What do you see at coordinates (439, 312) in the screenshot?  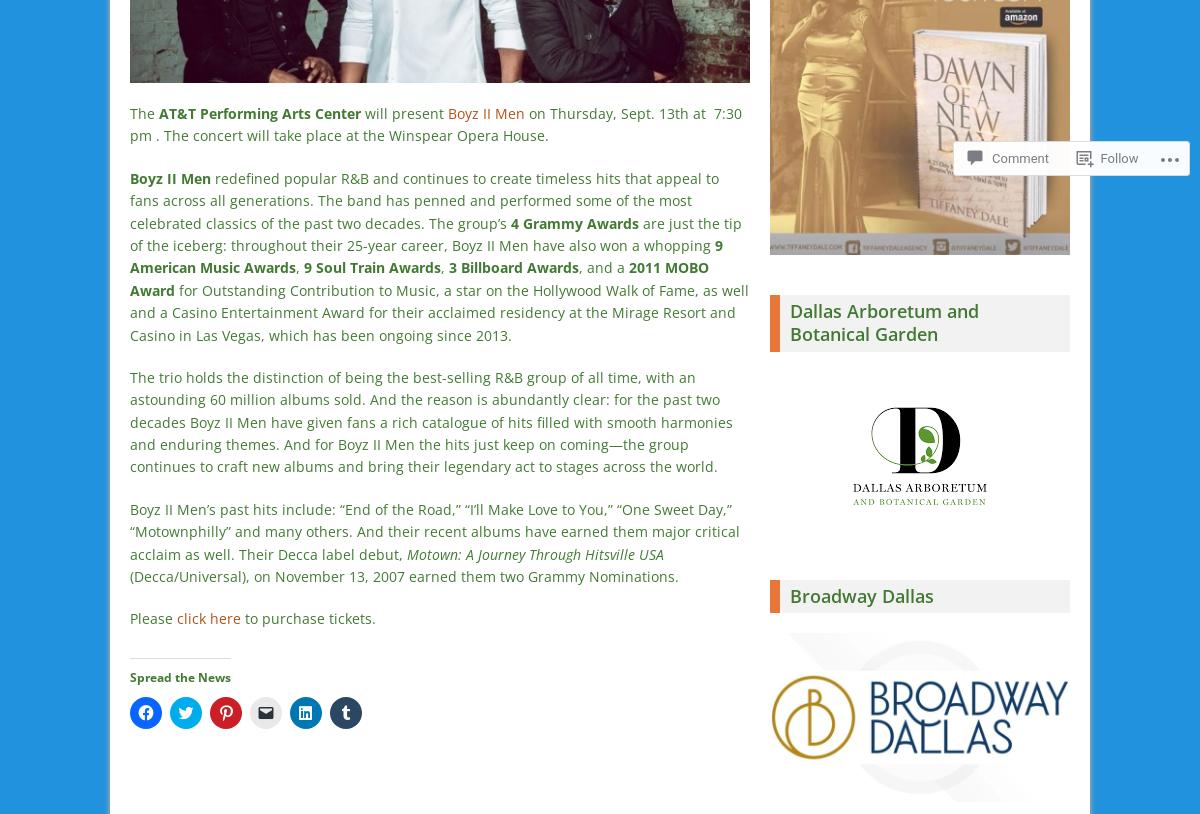 I see `'for Outstanding Contribution to Music, a star on the Hollywood Walk of Fame, as well and a Casino Entertainment Award for their acclaimed residency at the Mirage Resort and Casino in Las Vegas, which has been ongoing since 2013.'` at bounding box center [439, 312].